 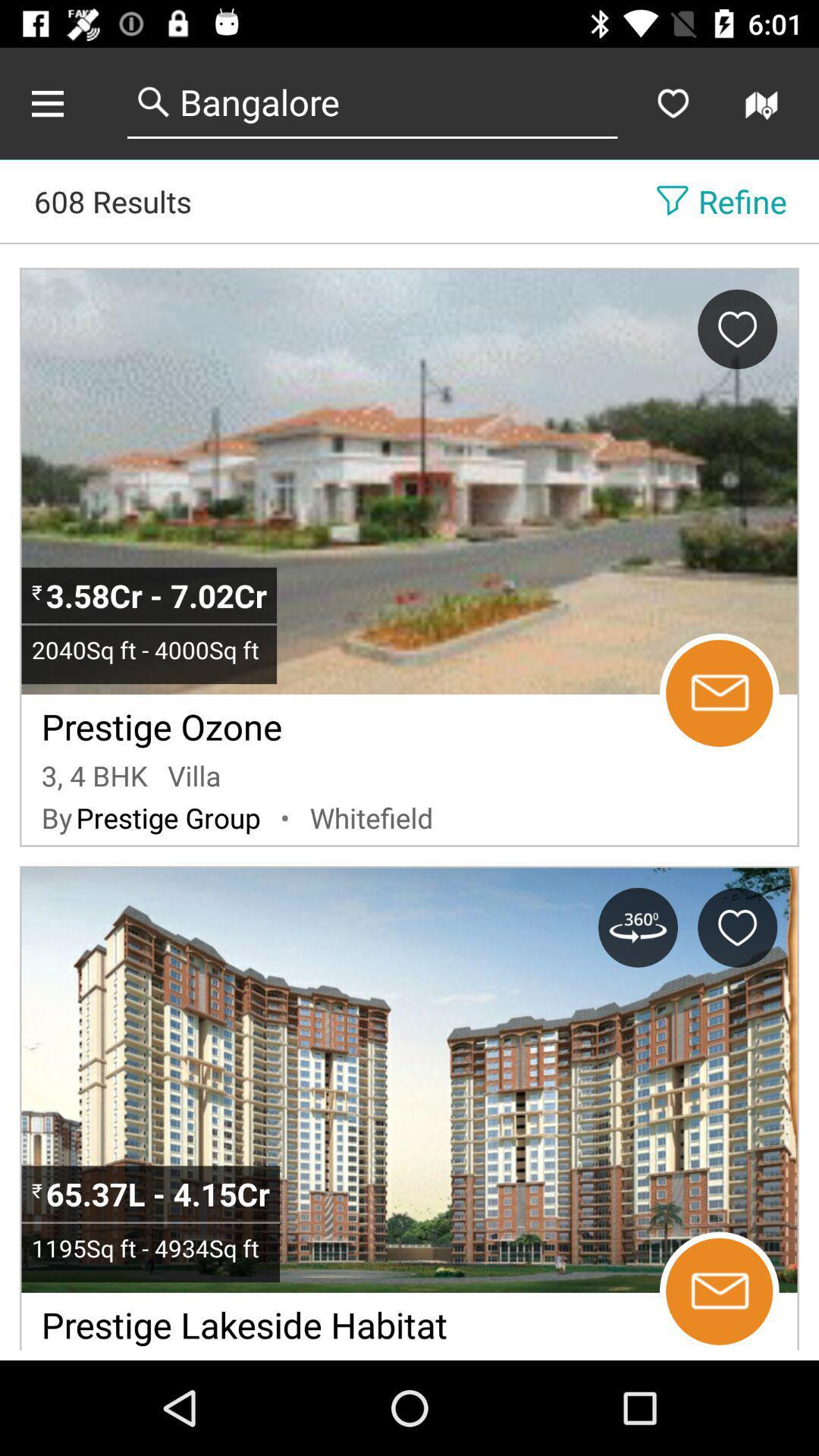 I want to click on love reaction, so click(x=736, y=328).